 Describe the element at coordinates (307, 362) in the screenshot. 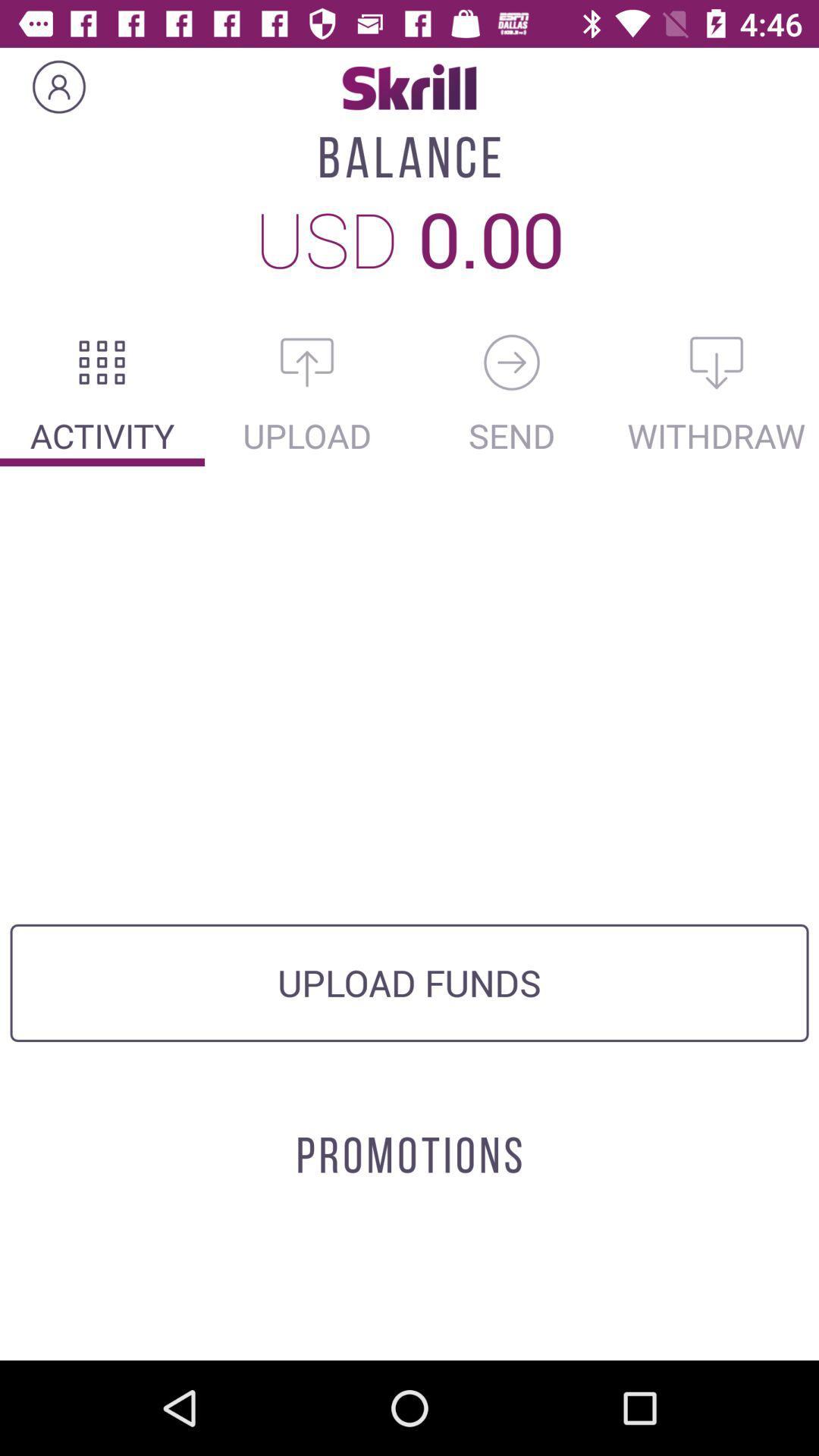

I see `upload` at that location.